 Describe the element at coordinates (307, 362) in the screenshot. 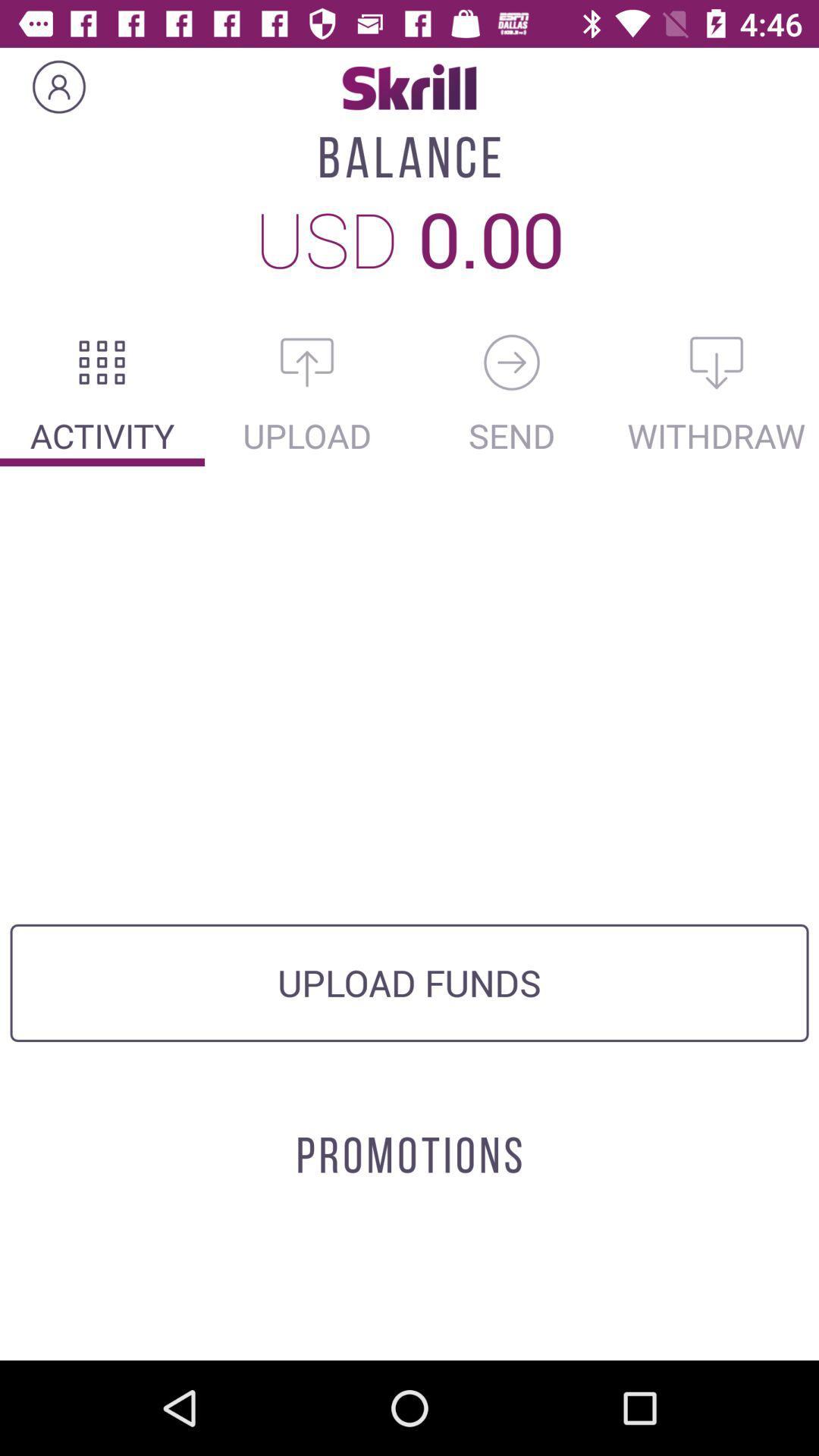

I see `upload` at that location.